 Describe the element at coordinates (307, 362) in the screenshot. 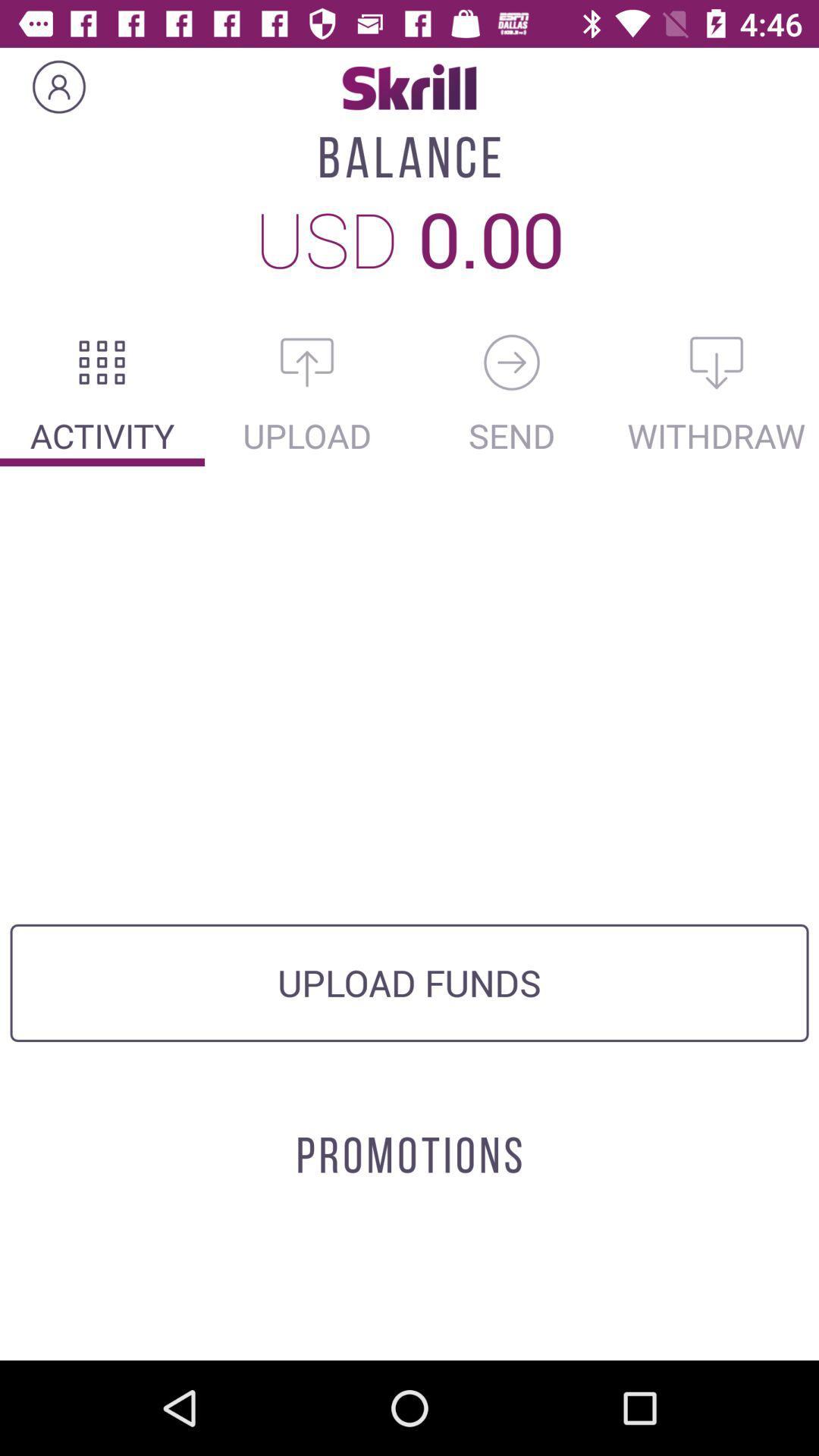

I see `upload` at that location.